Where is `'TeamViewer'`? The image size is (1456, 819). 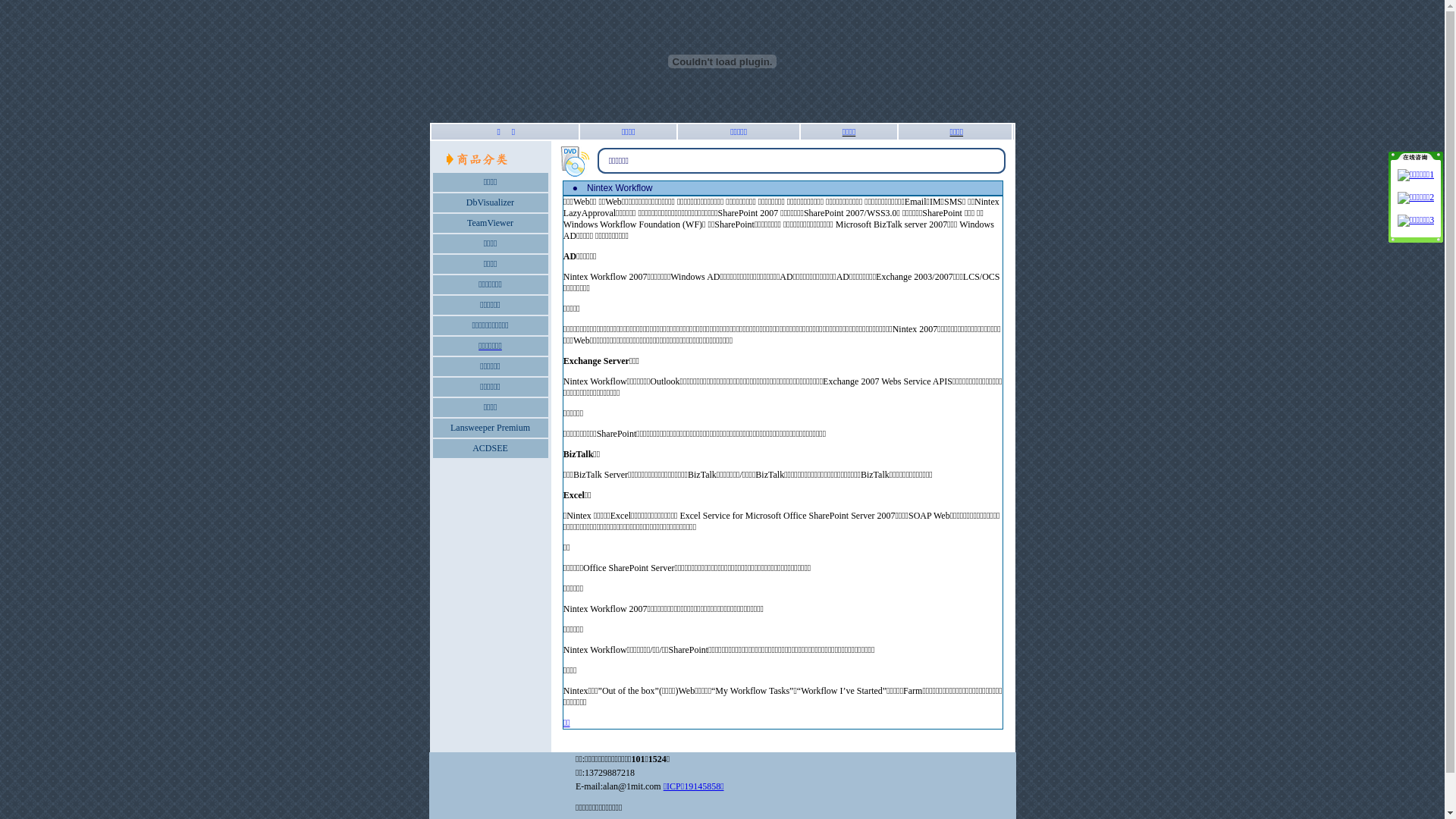
'TeamViewer' is located at coordinates (490, 222).